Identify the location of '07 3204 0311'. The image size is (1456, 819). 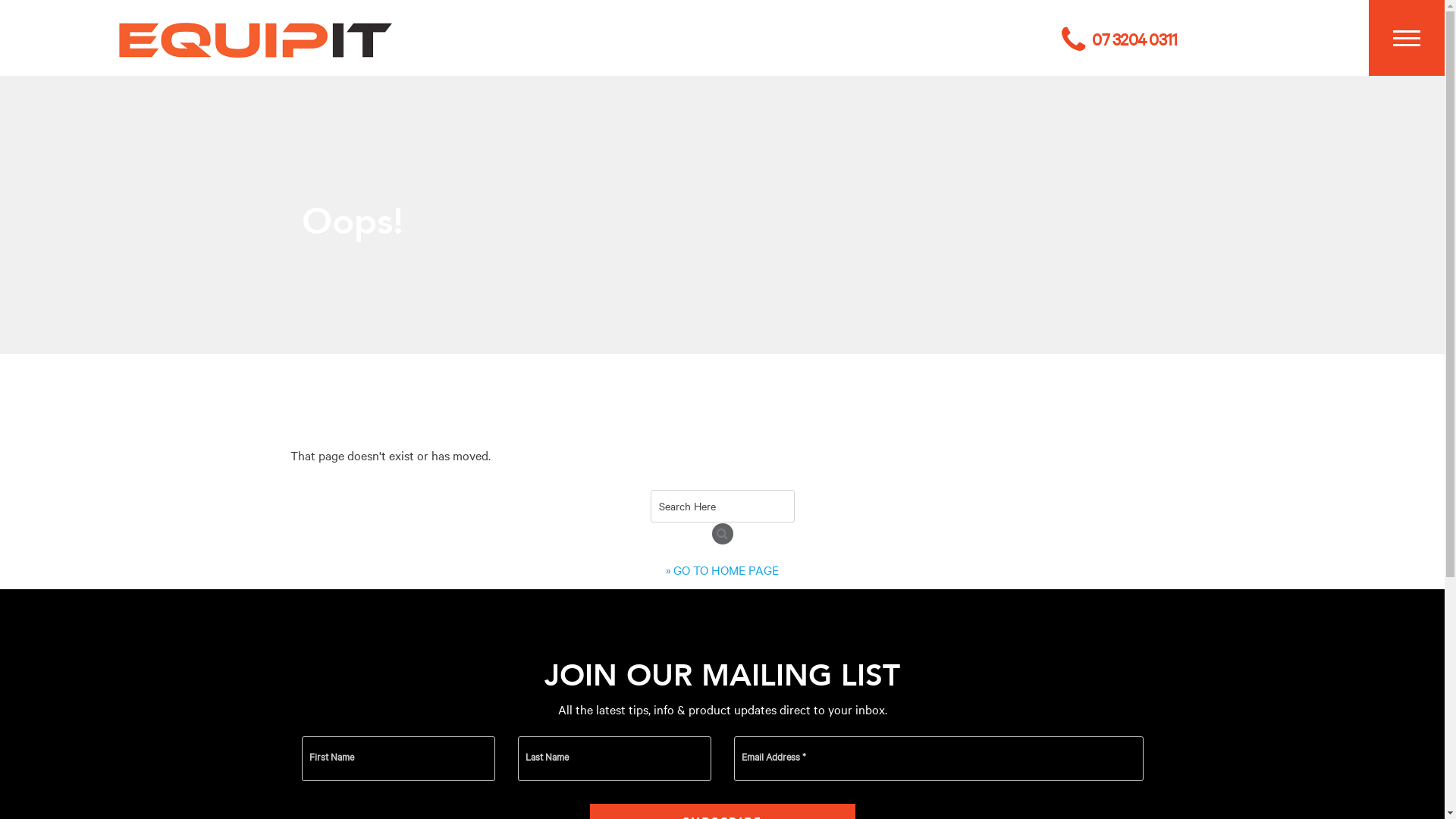
(1061, 38).